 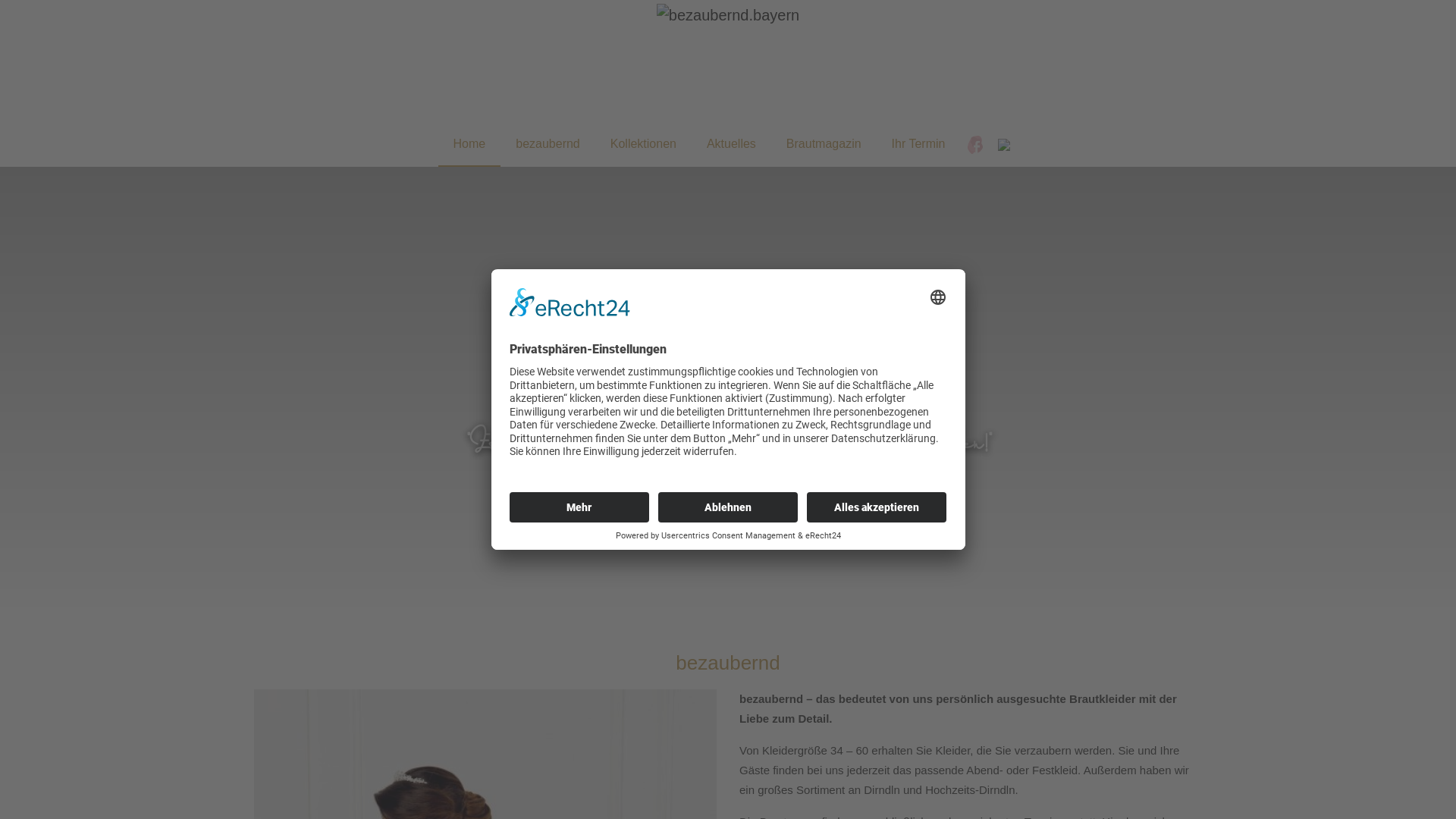 I want to click on 'Aktuelles', so click(x=731, y=143).